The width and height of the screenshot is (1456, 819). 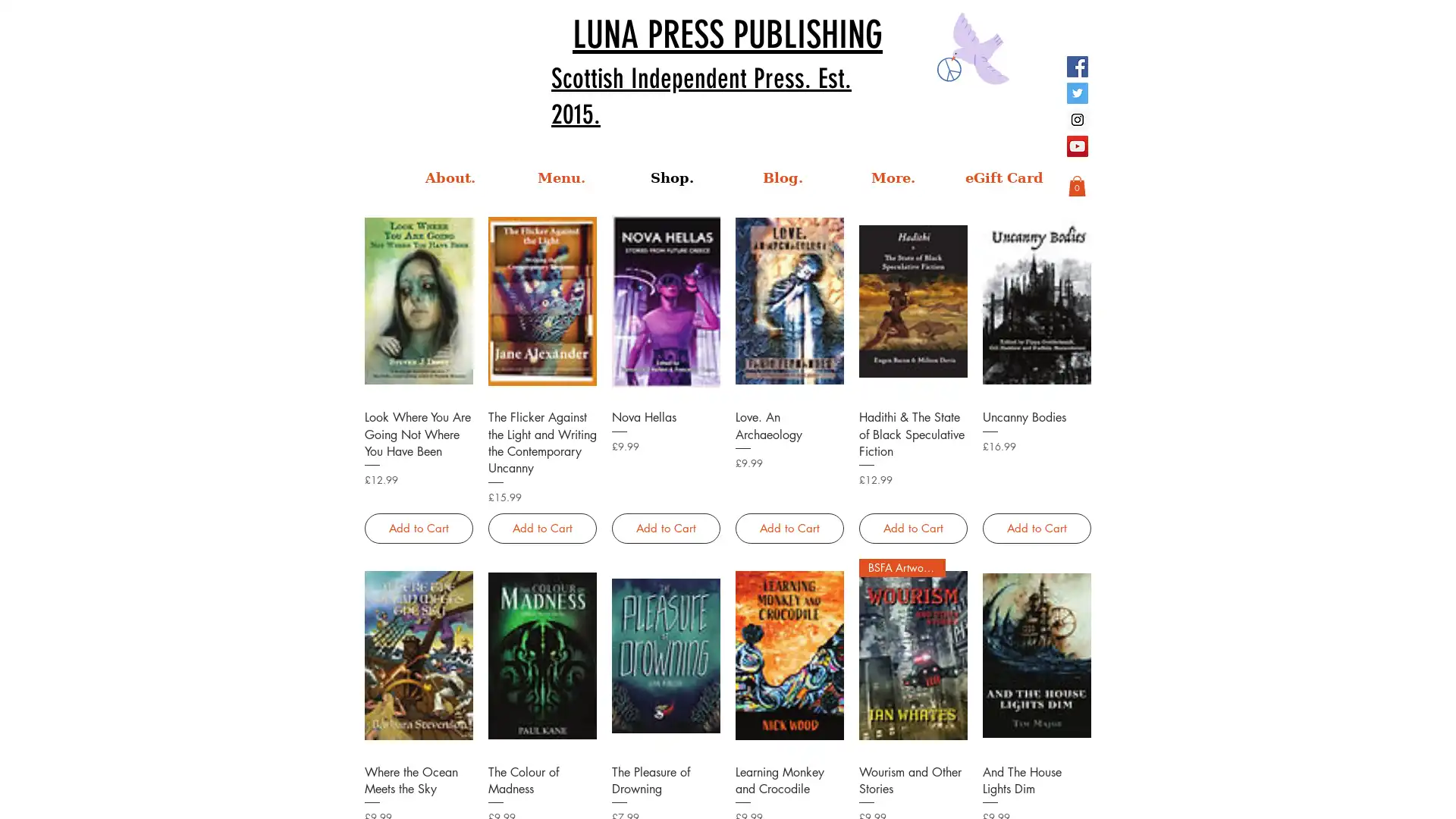 What do you see at coordinates (541, 416) in the screenshot?
I see `Quick View` at bounding box center [541, 416].